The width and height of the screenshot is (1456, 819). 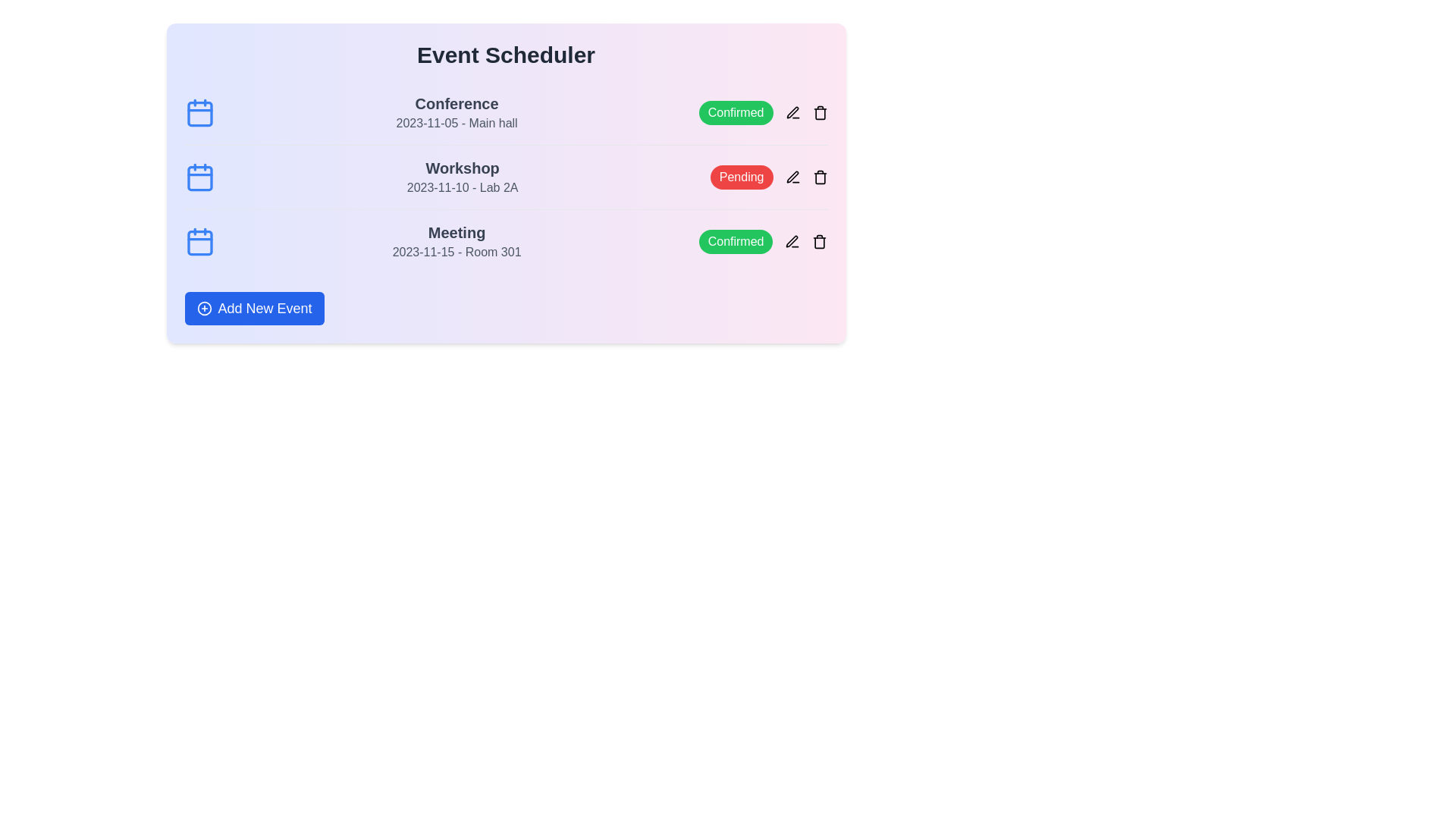 What do you see at coordinates (462, 177) in the screenshot?
I see `the 'Workshop' text block in the 'Event Scheduler' panel, which is the second entry in the event list and includes the details '2023-11-10 - Lab 2A'` at bounding box center [462, 177].